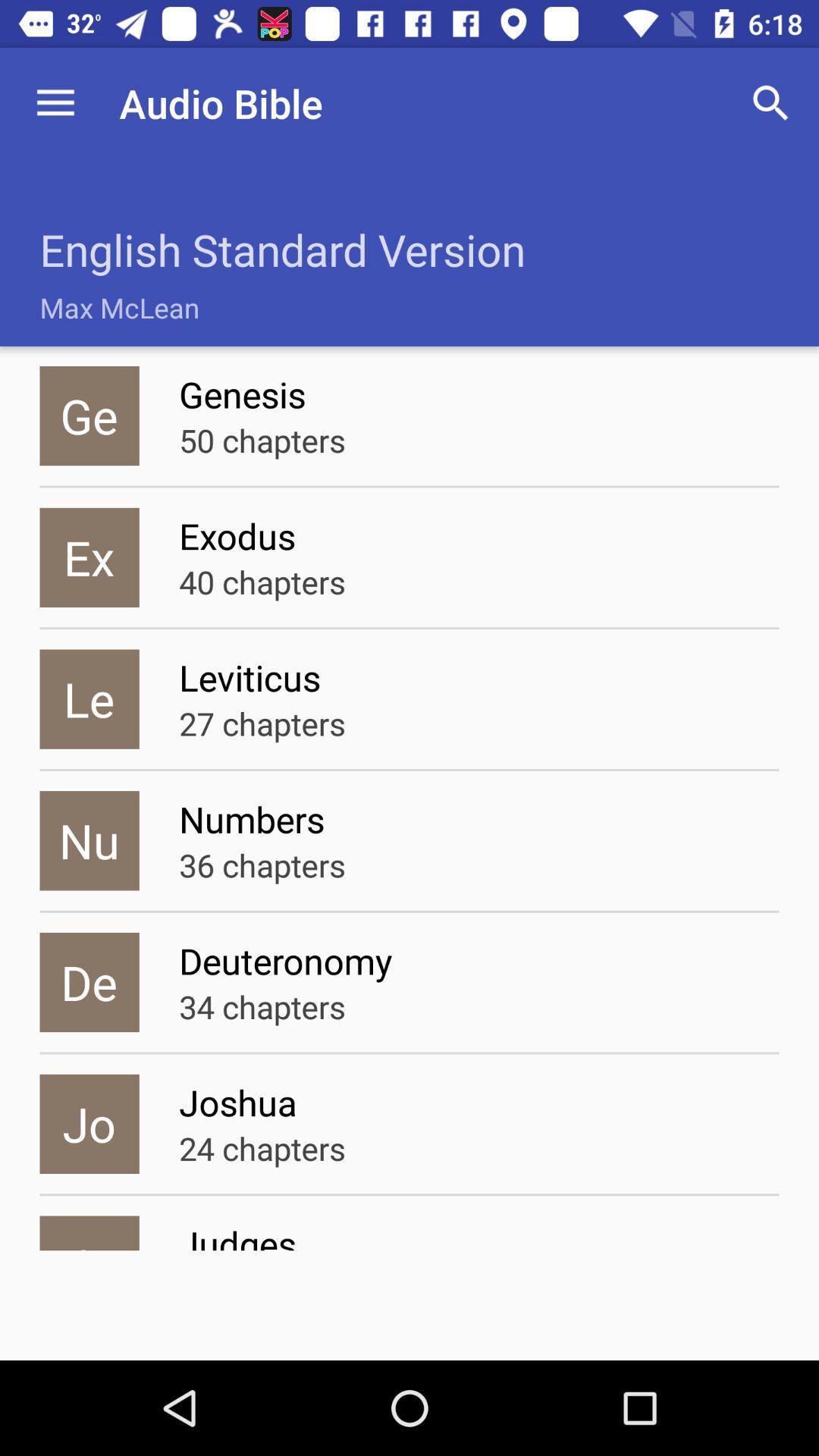 The width and height of the screenshot is (819, 1456). What do you see at coordinates (89, 982) in the screenshot?
I see `the item next to deuteronomy item` at bounding box center [89, 982].